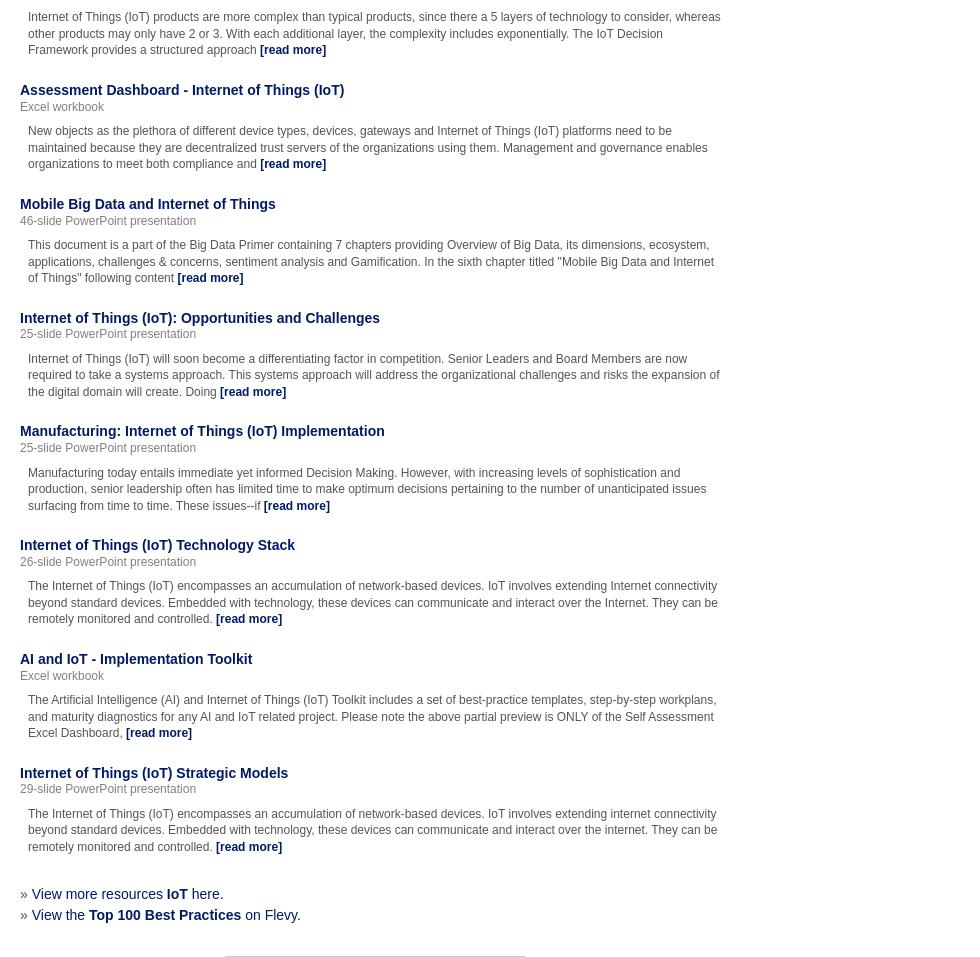 Image resolution: width=980 pixels, height=957 pixels. I want to click on 'This document is a part of the Big Data Primer containing 7 chapters providing Overview of Big Data, its dimensions, ecosystem, applications, challenges & concerns, sentiment analysis and Gamification.
In the sixth chapter titled "Mobile Big Data and Internet of Things" following content', so click(370, 260).